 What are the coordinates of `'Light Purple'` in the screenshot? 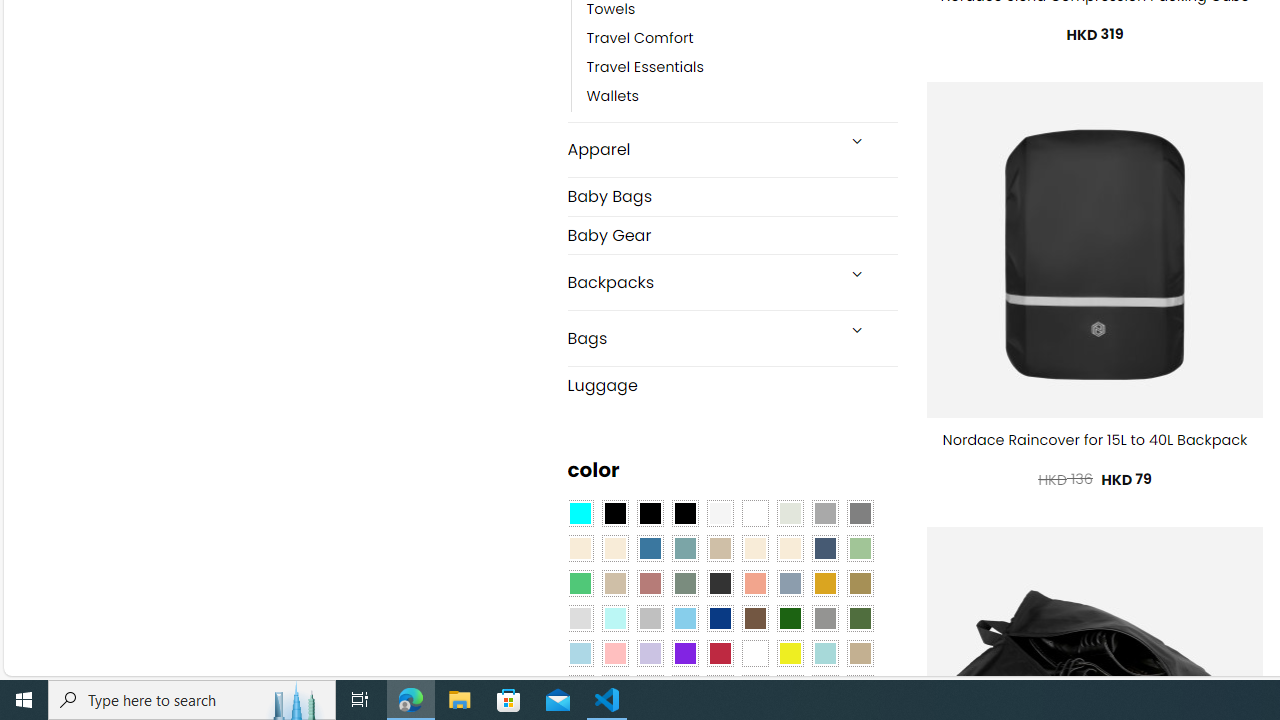 It's located at (650, 653).